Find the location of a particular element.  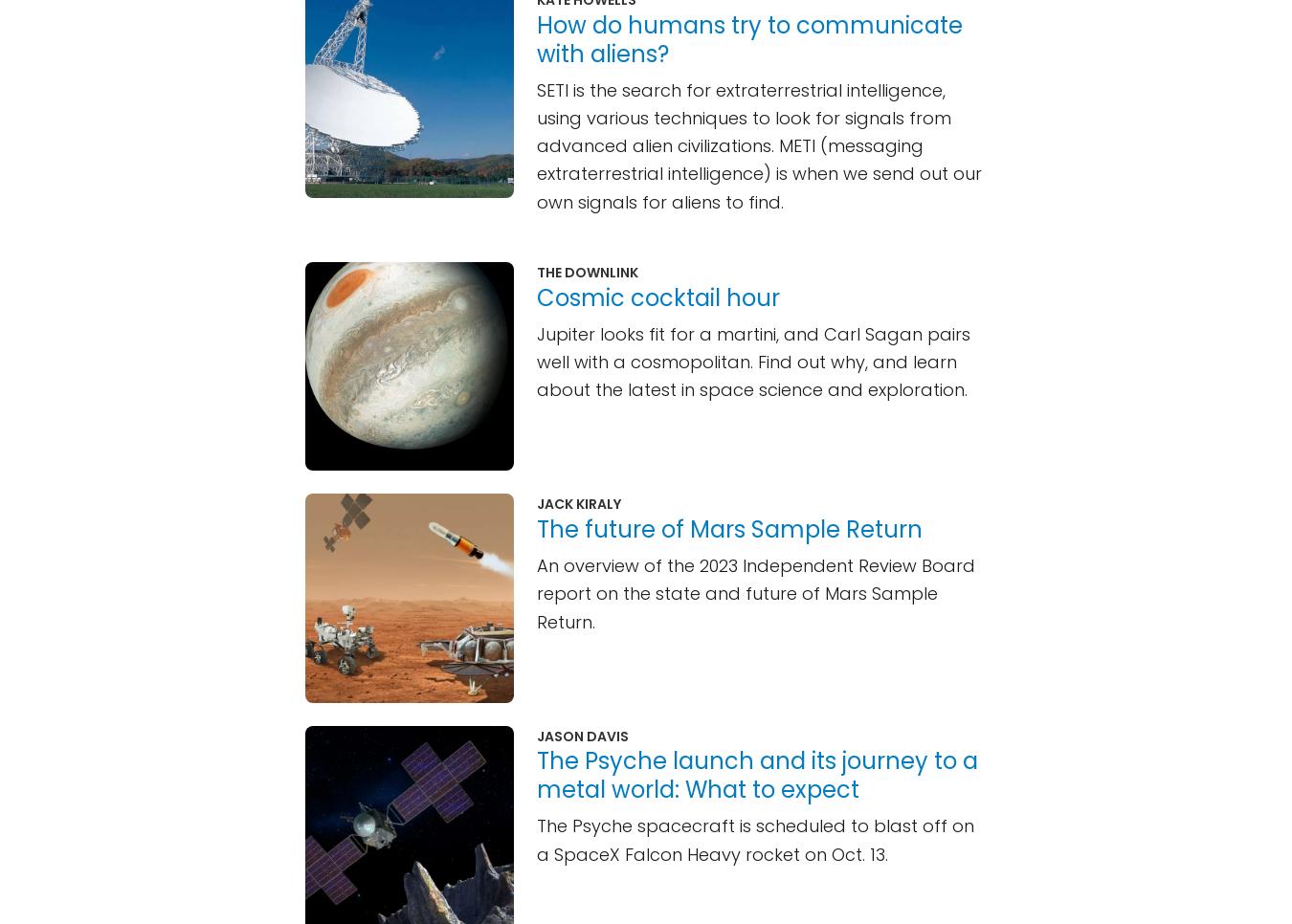

'The Downlink' is located at coordinates (587, 271).